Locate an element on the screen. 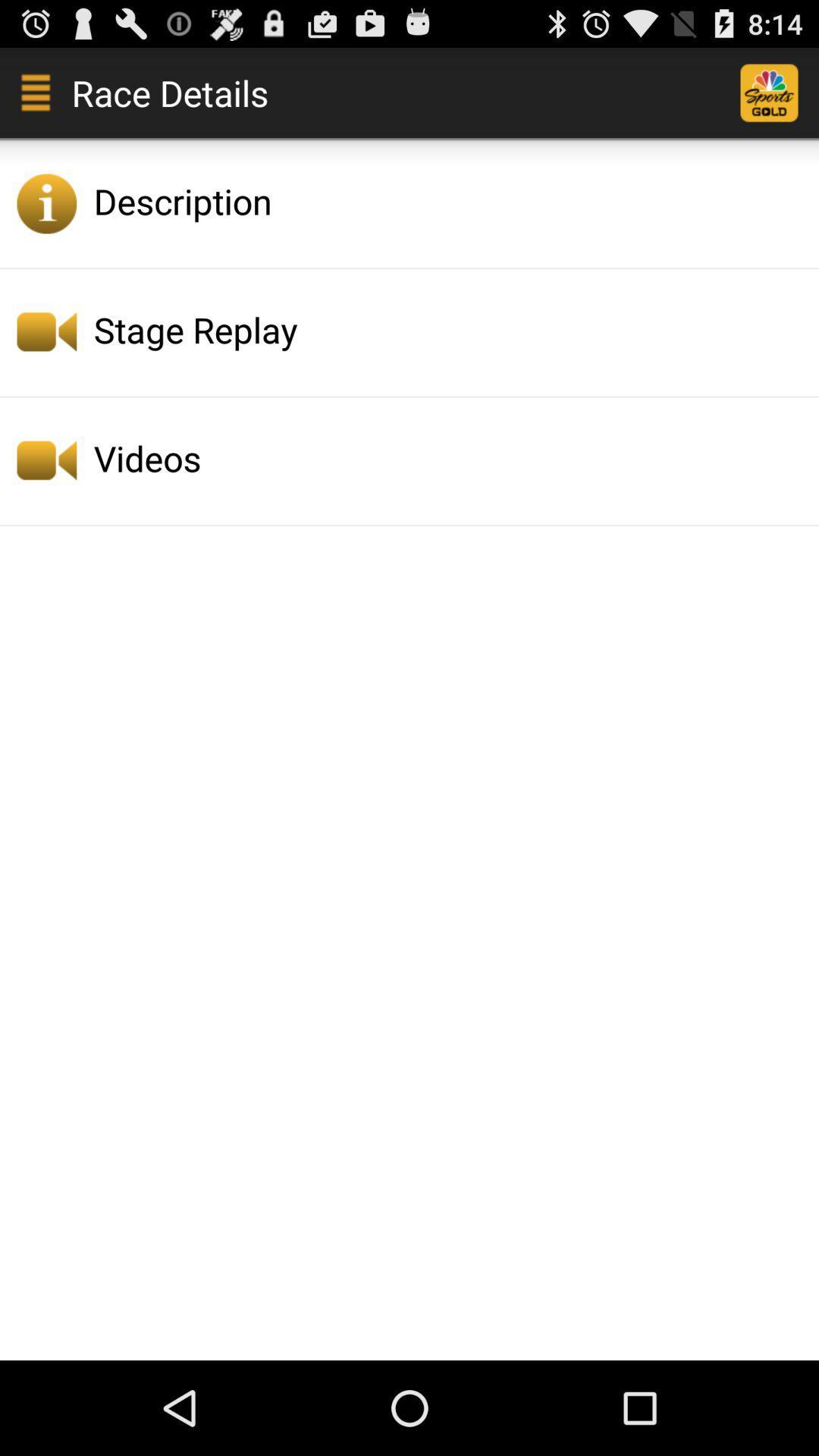 Image resolution: width=819 pixels, height=1456 pixels. the description icon is located at coordinates (451, 200).